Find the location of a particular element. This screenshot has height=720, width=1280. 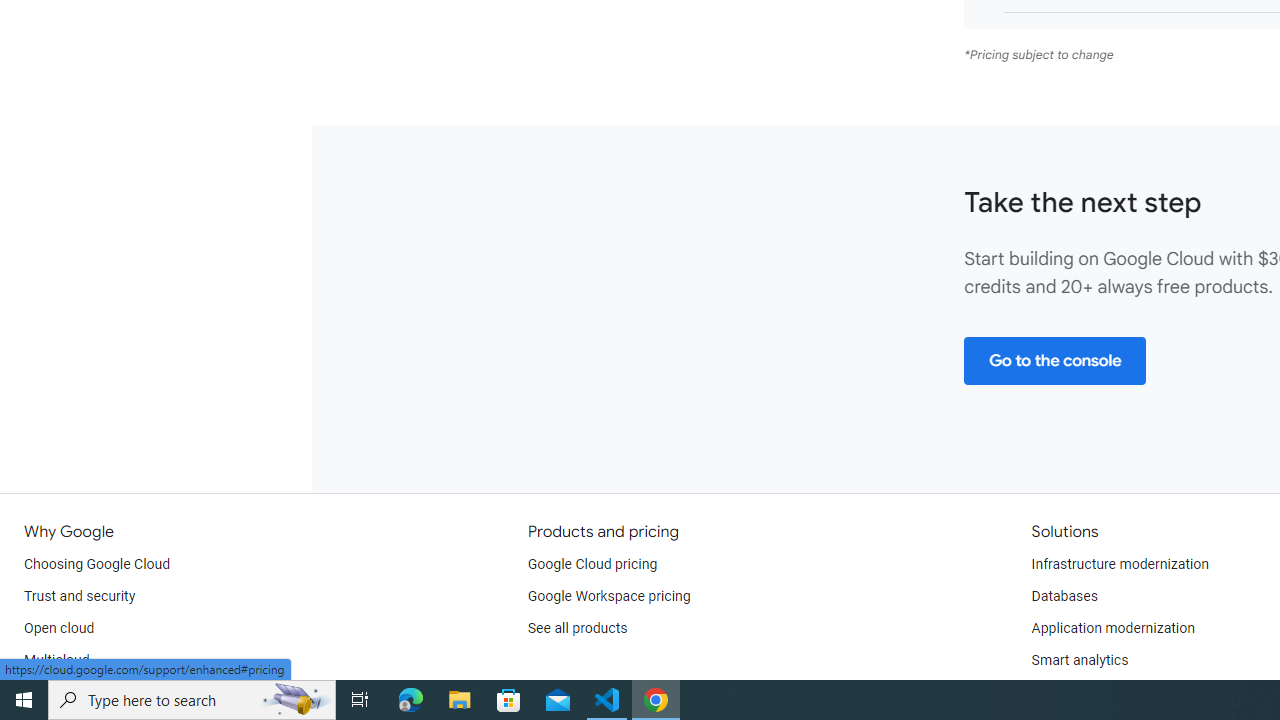

'Artificial Intelligence' is located at coordinates (1093, 691).